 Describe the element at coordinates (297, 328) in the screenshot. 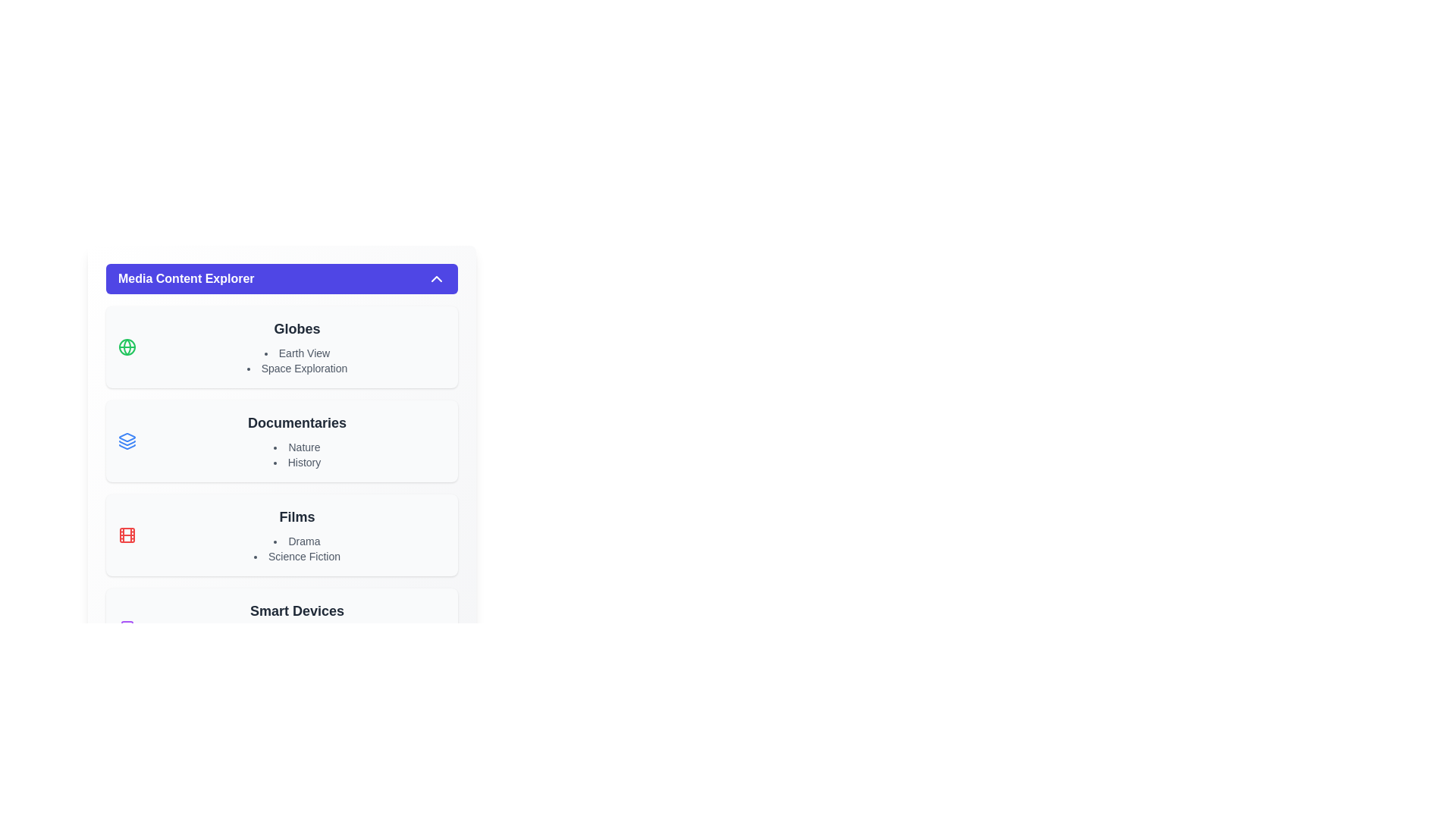

I see `text label element that displays 'Globes', which is bold and dark gray in a large font size, positioned above 'Earth View' and 'Space Exploration'` at that location.